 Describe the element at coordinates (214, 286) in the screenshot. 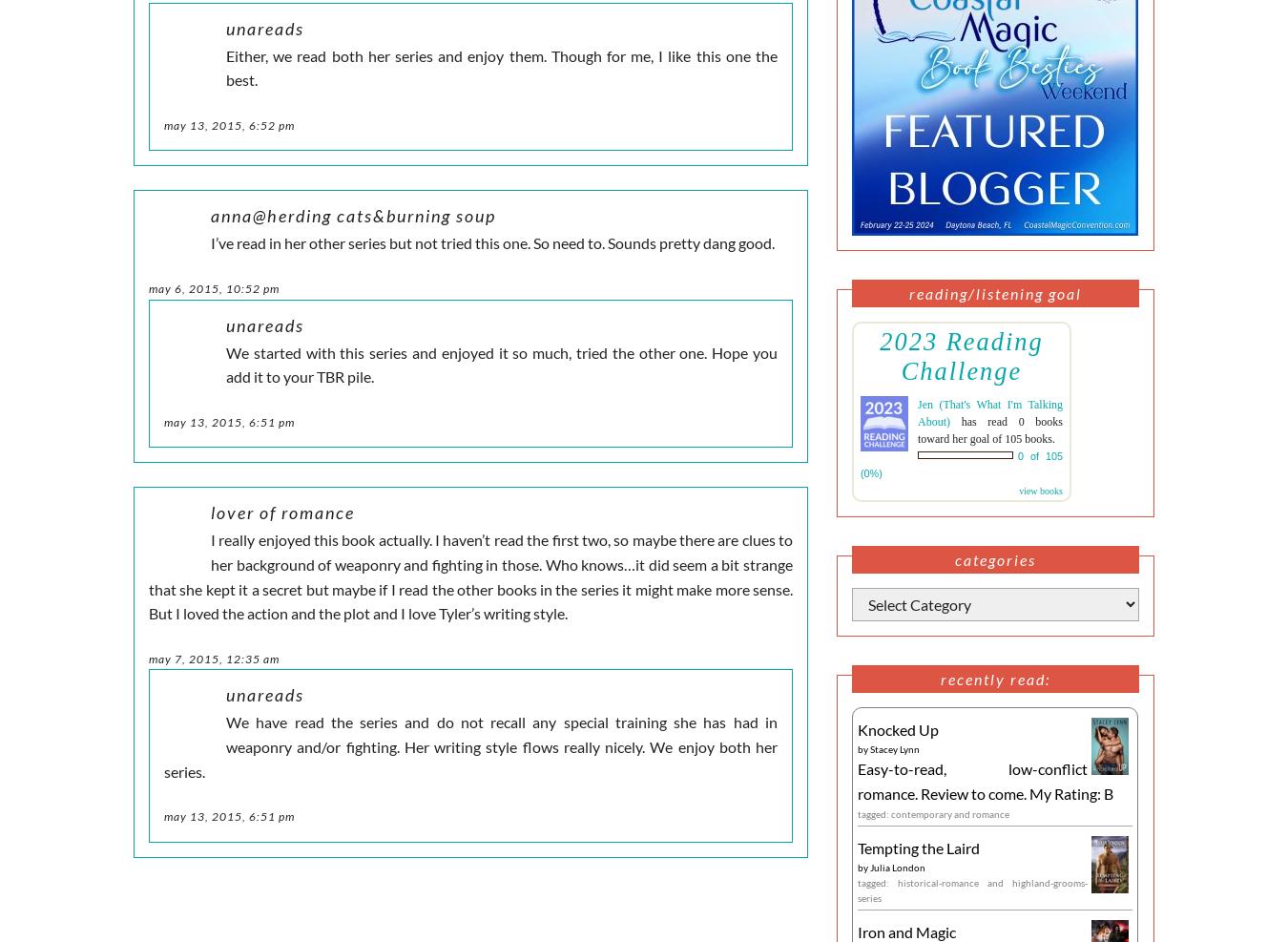

I see `'May 6, 2015, 10:52 pm'` at that location.